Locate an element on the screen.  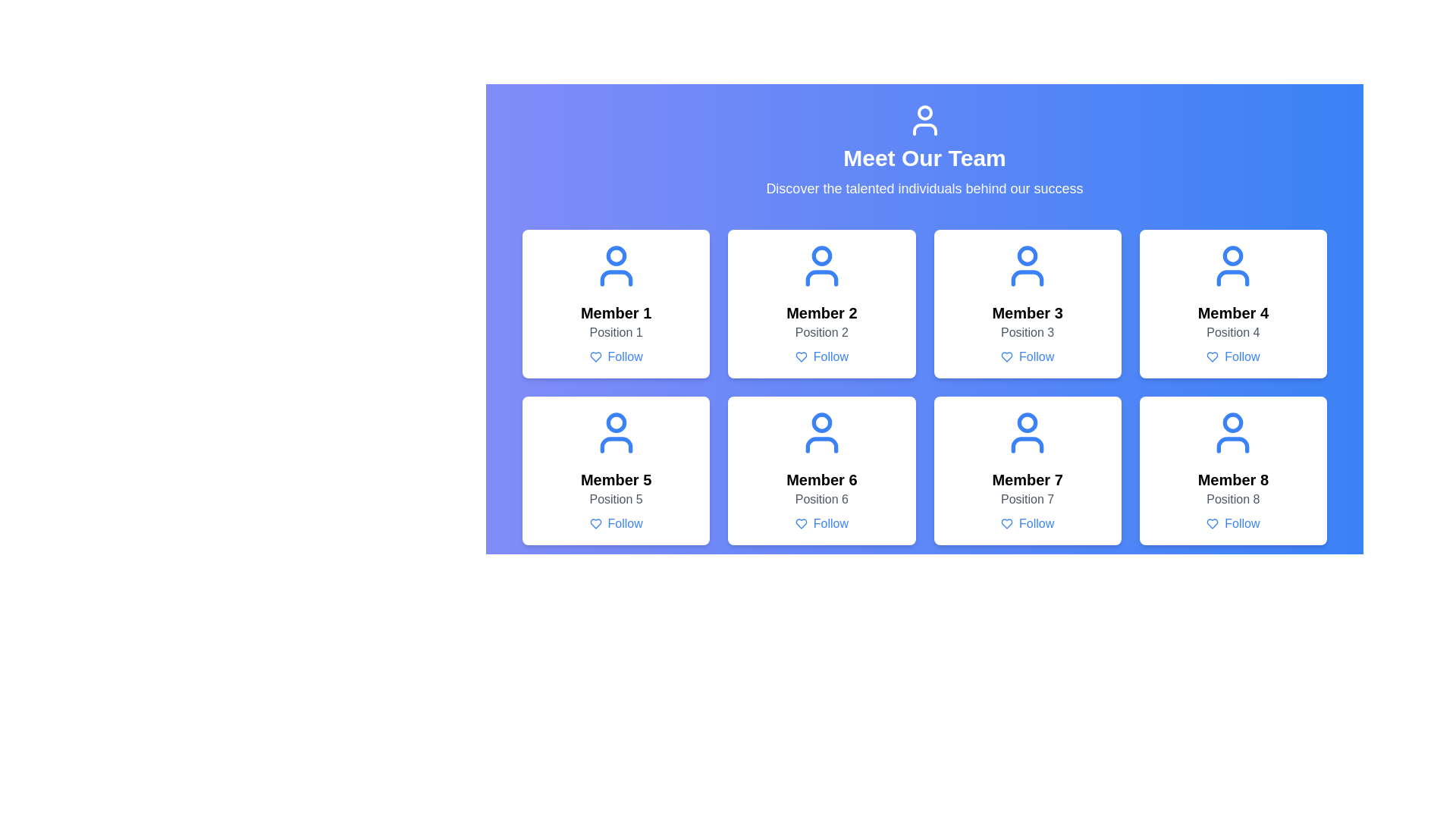
the appearance of the heart icon for the 'Follow' feature located beneath the profile labeled 'Member 2 - Position 2' in the team members grid is located at coordinates (800, 356).